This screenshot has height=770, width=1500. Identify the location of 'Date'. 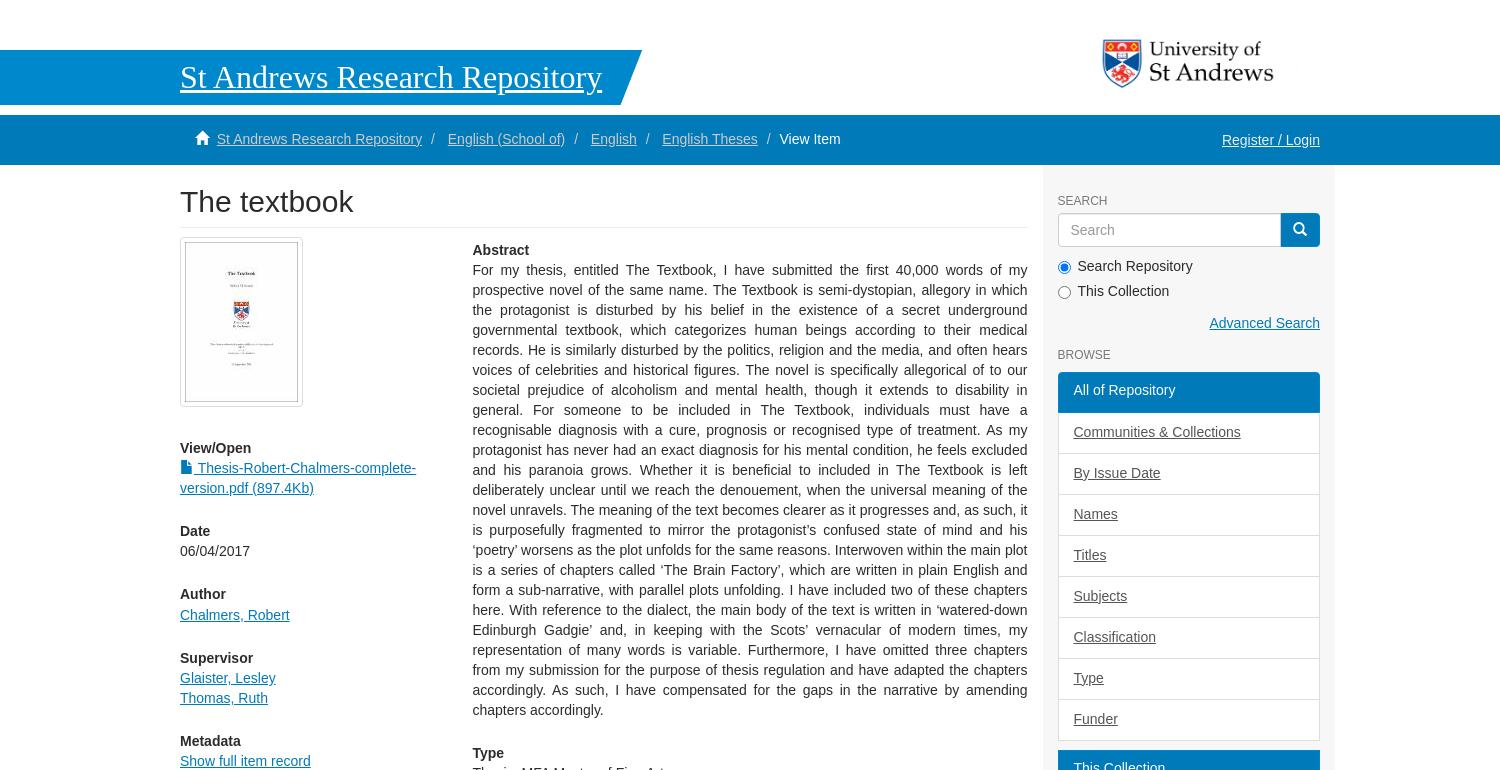
(194, 528).